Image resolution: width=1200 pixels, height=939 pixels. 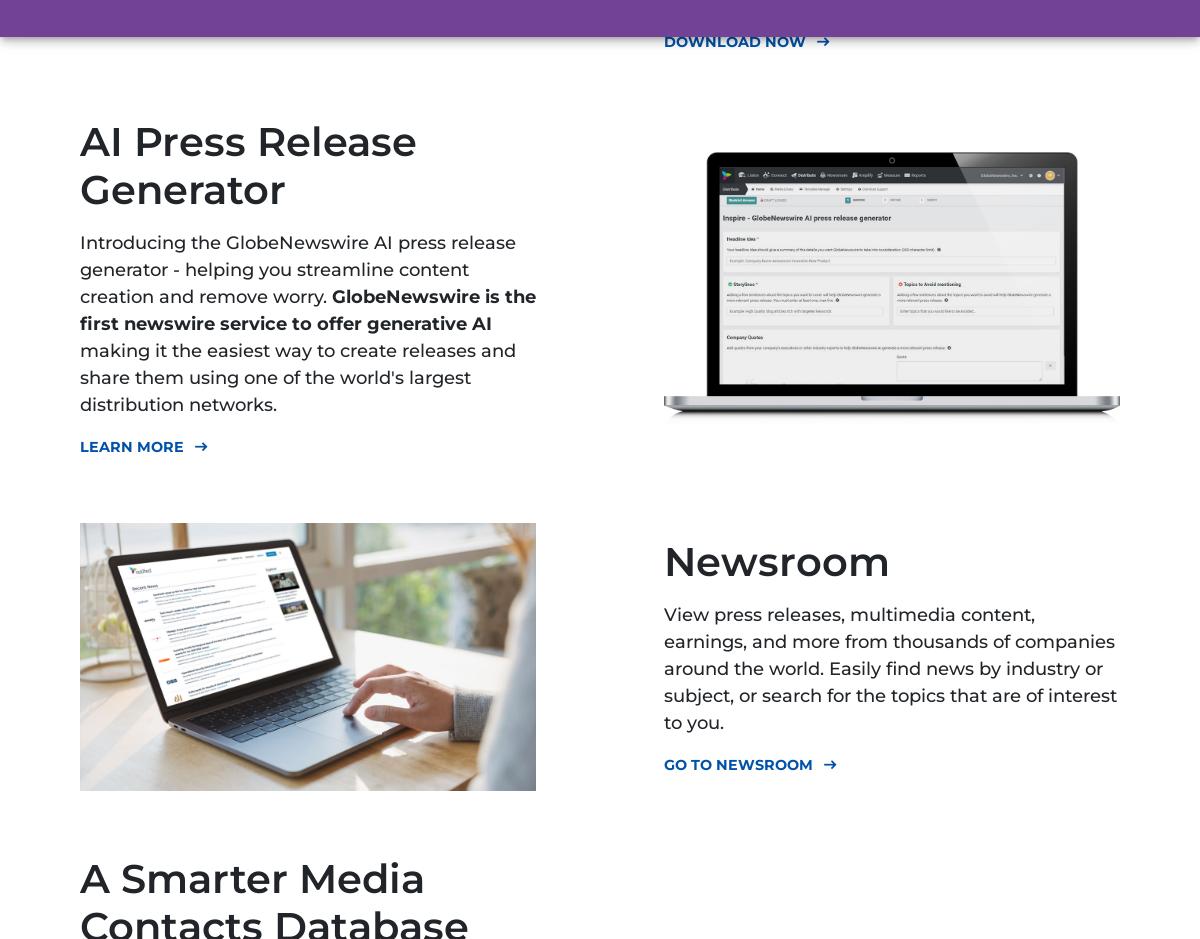 I want to click on 'Download Now', so click(x=735, y=40).